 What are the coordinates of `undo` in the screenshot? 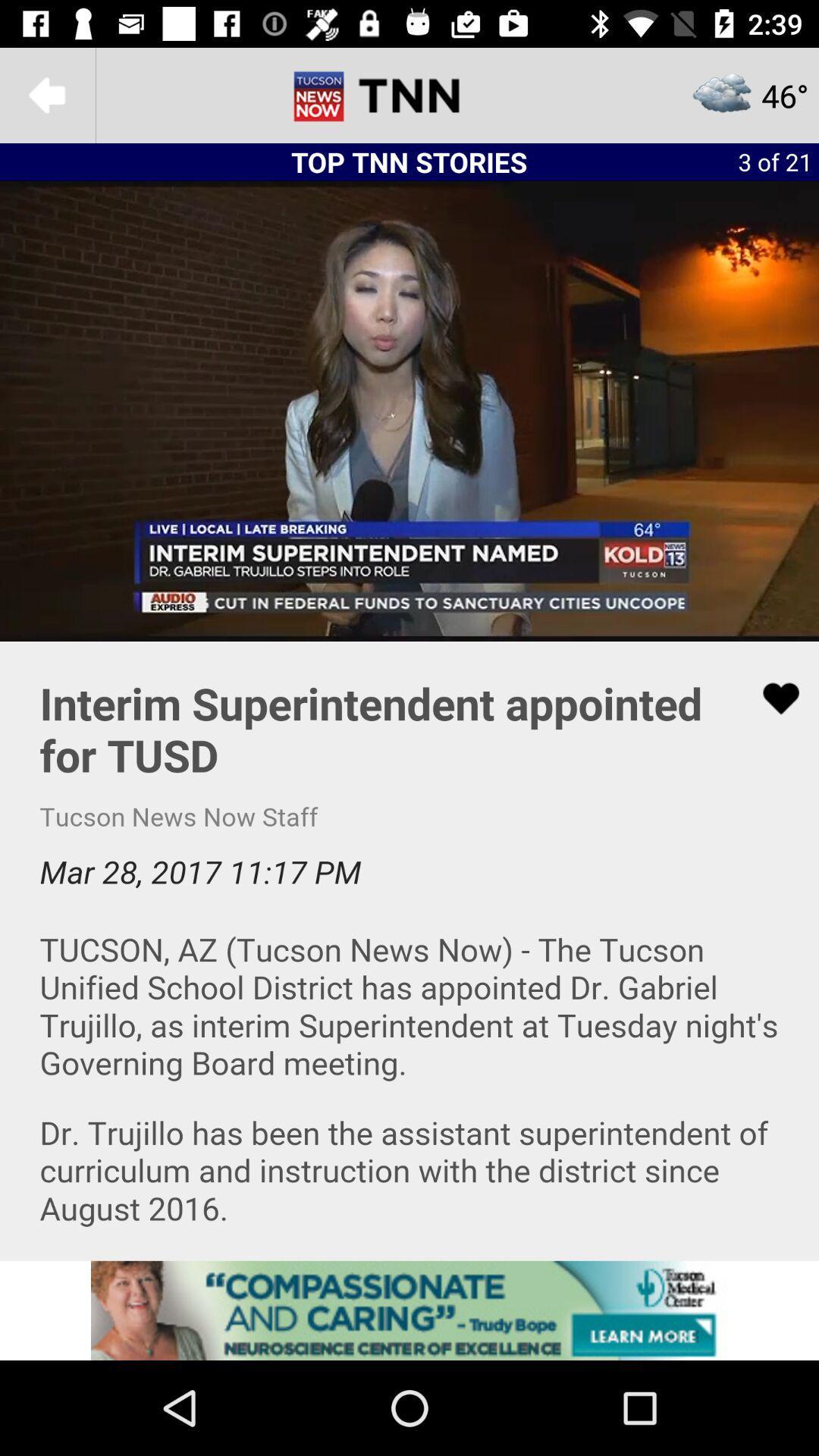 It's located at (46, 94).